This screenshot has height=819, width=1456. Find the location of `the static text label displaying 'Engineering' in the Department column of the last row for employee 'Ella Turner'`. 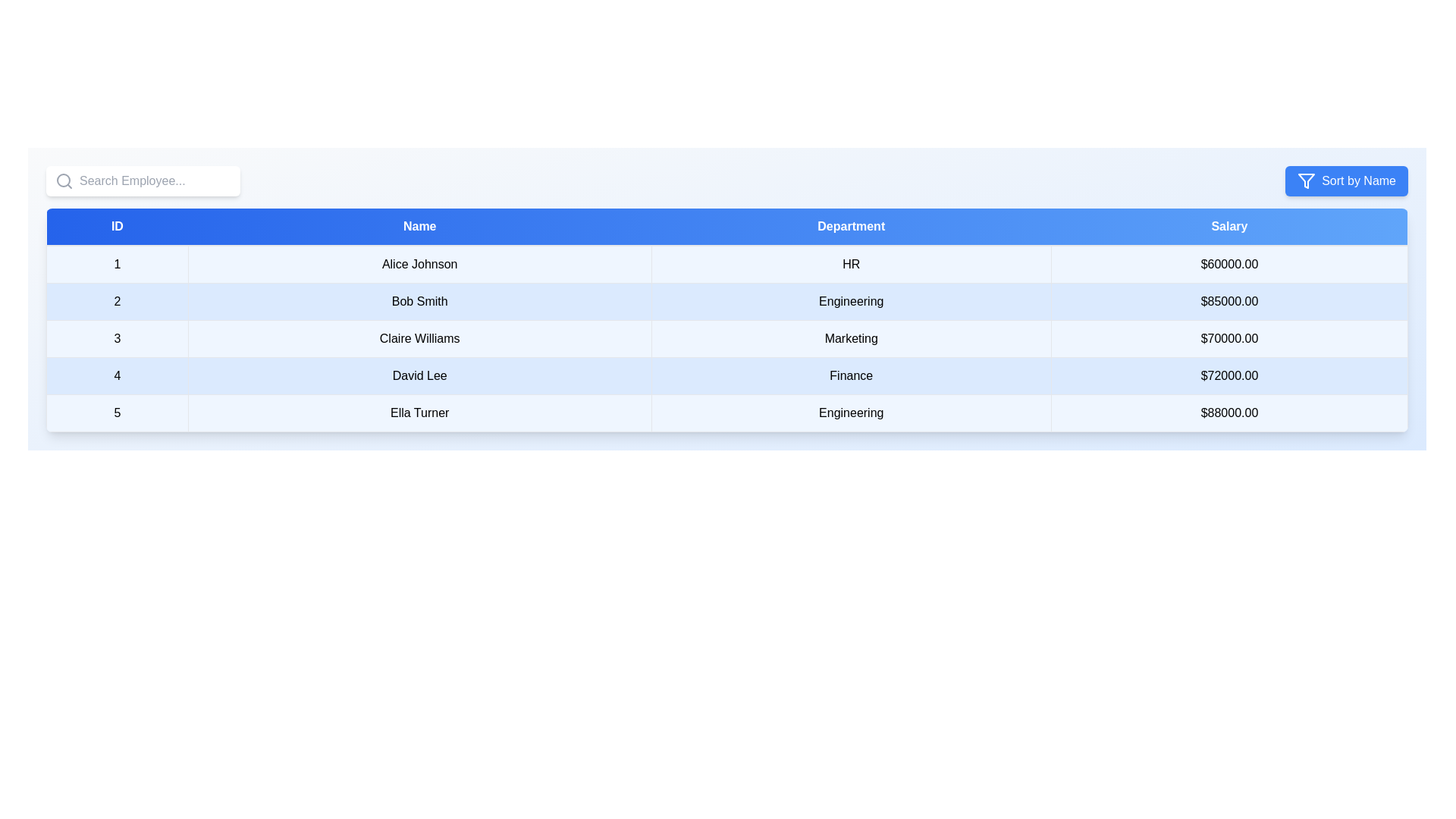

the static text label displaying 'Engineering' in the Department column of the last row for employee 'Ella Turner' is located at coordinates (851, 413).